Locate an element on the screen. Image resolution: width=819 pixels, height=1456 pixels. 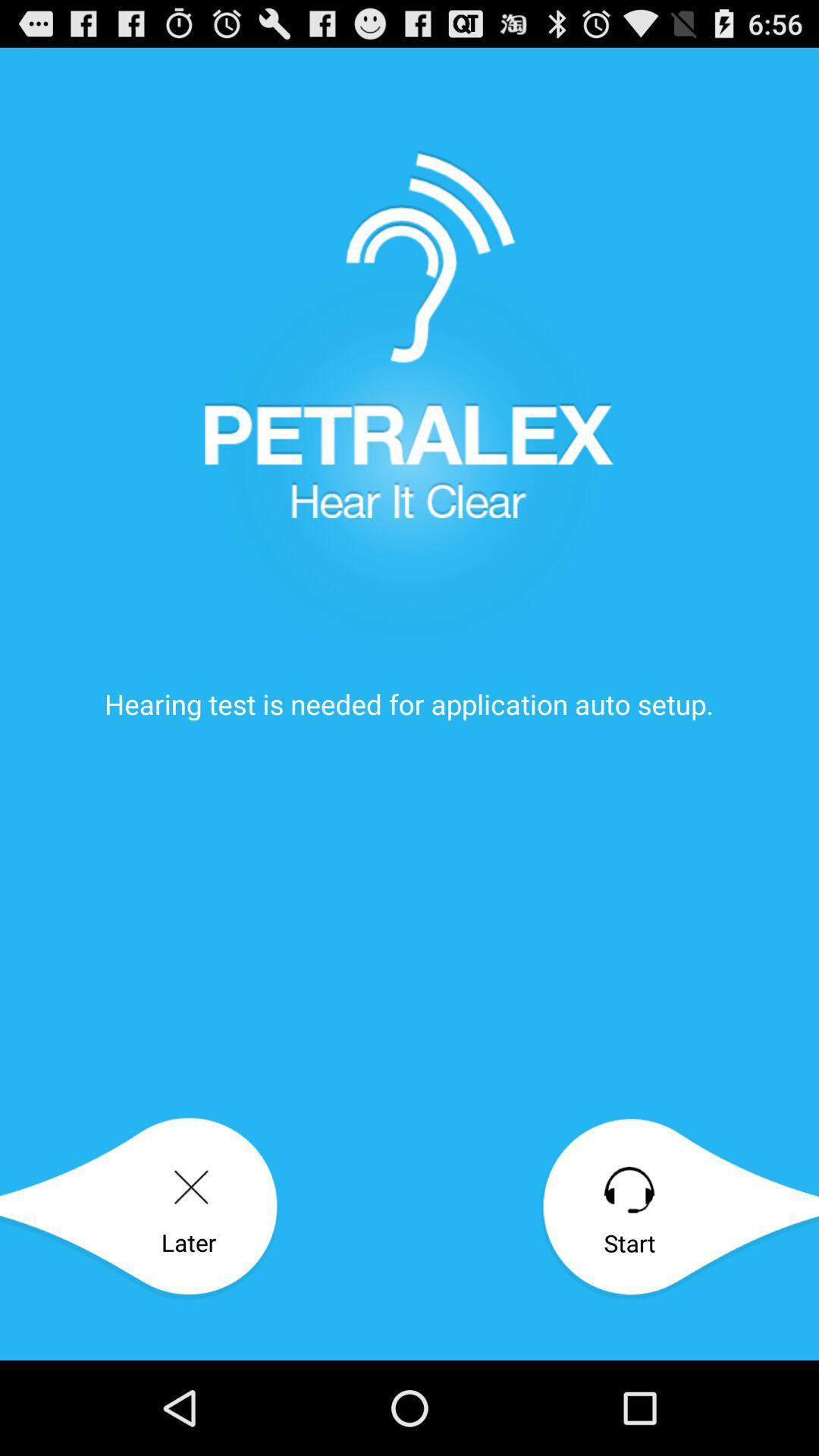
item at the bottom right corner is located at coordinates (679, 1208).